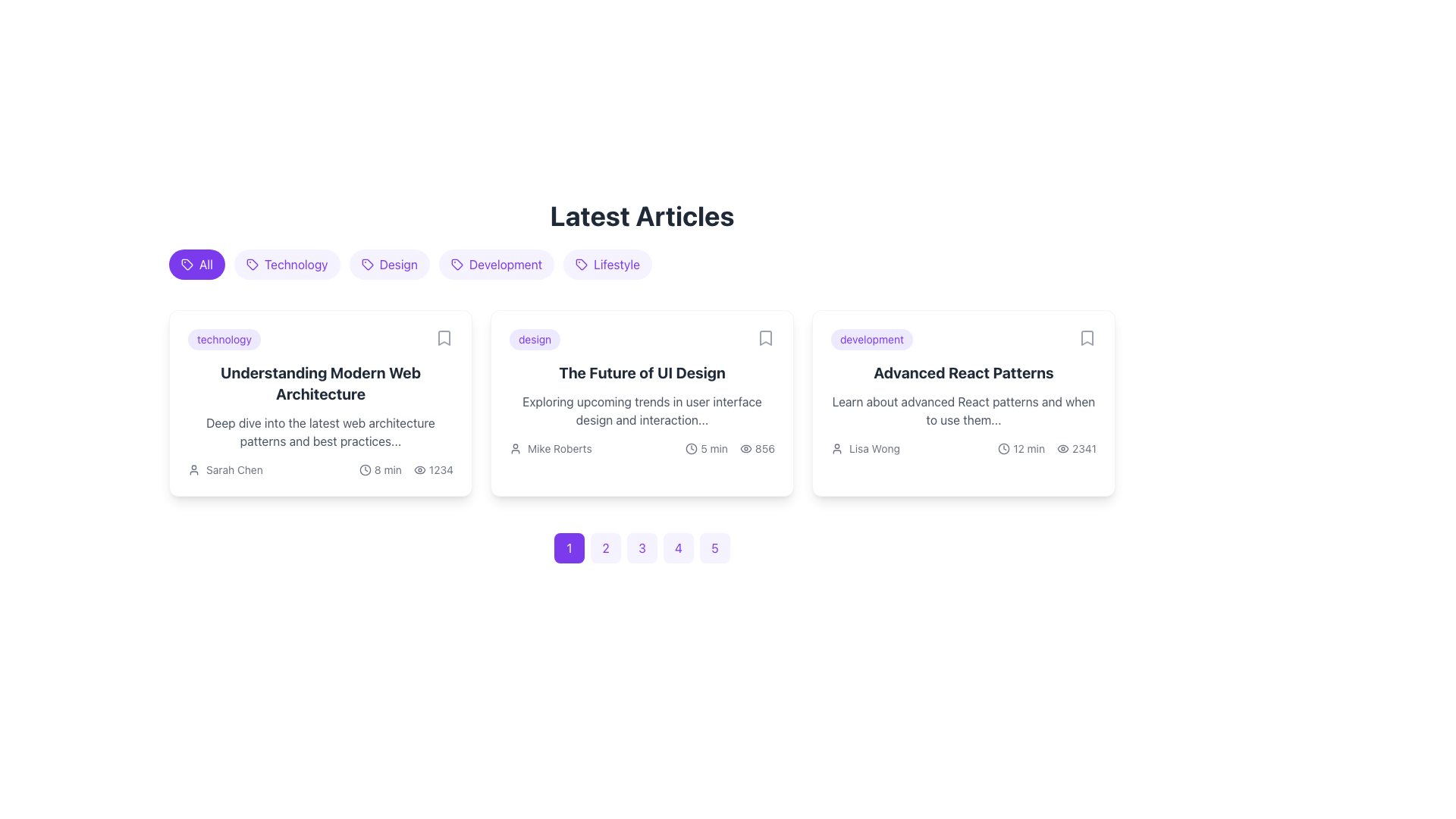 Image resolution: width=1456 pixels, height=819 pixels. What do you see at coordinates (617, 263) in the screenshot?
I see `the 'Lifestyle' label, which is a purple text label displaying capitalized text and is located on the rightmost side of the horizontal list of category tags under 'Latest Articles'` at bounding box center [617, 263].